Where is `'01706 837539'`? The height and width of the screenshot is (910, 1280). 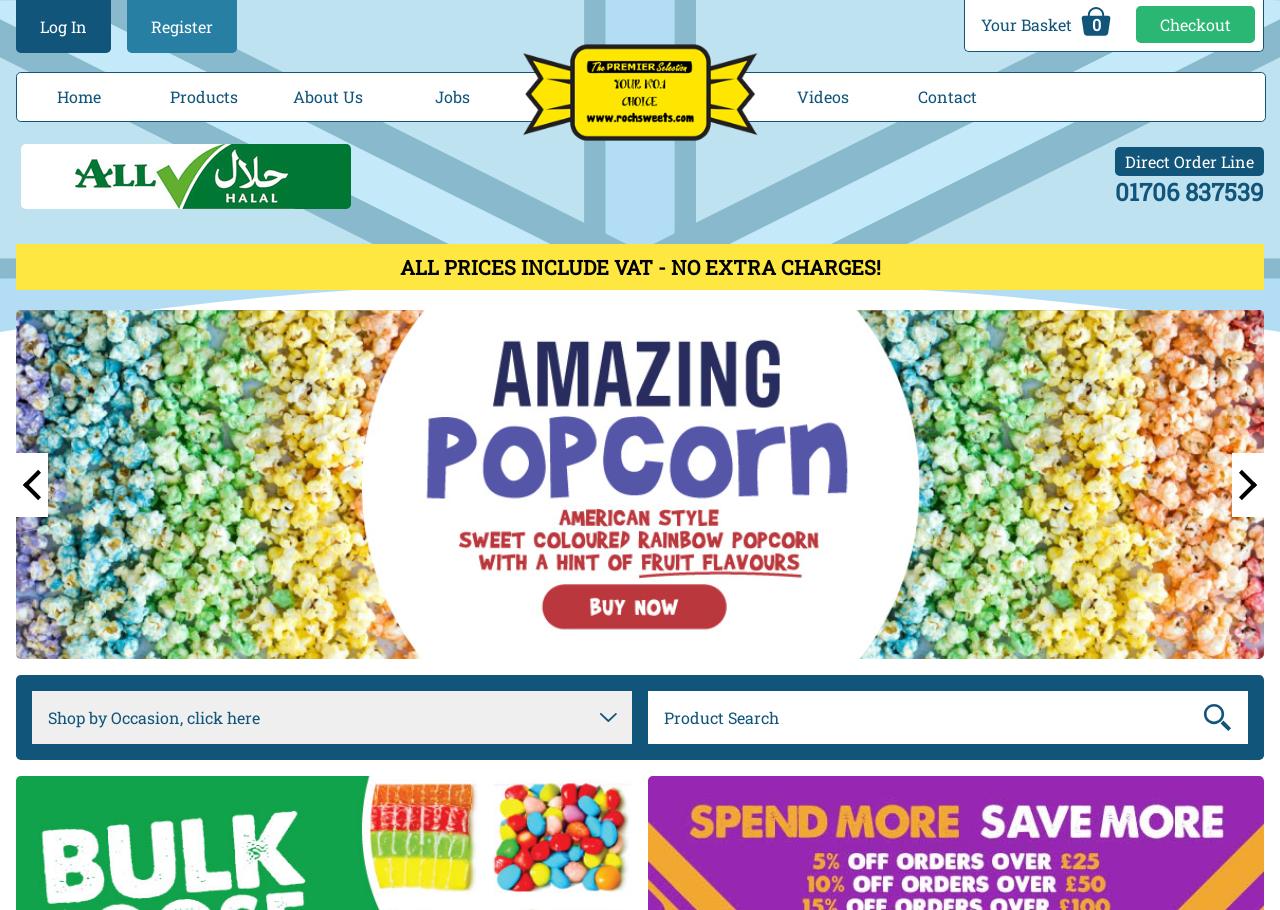 '01706 837539' is located at coordinates (1114, 192).